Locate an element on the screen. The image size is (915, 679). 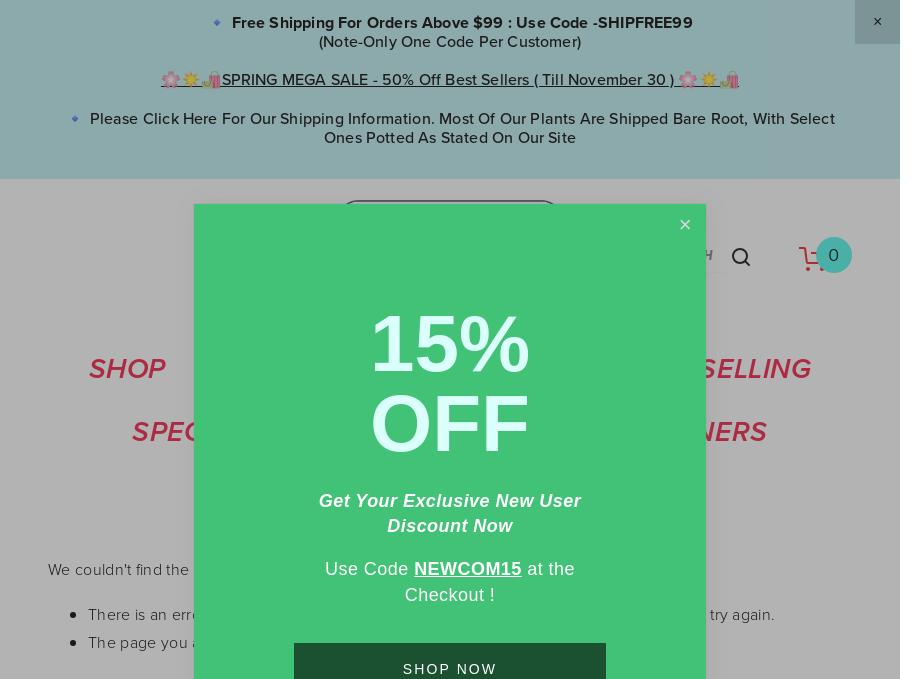
'There is an error in the URL entered into your web browser. Please check the URL and try again.' is located at coordinates (87, 612).